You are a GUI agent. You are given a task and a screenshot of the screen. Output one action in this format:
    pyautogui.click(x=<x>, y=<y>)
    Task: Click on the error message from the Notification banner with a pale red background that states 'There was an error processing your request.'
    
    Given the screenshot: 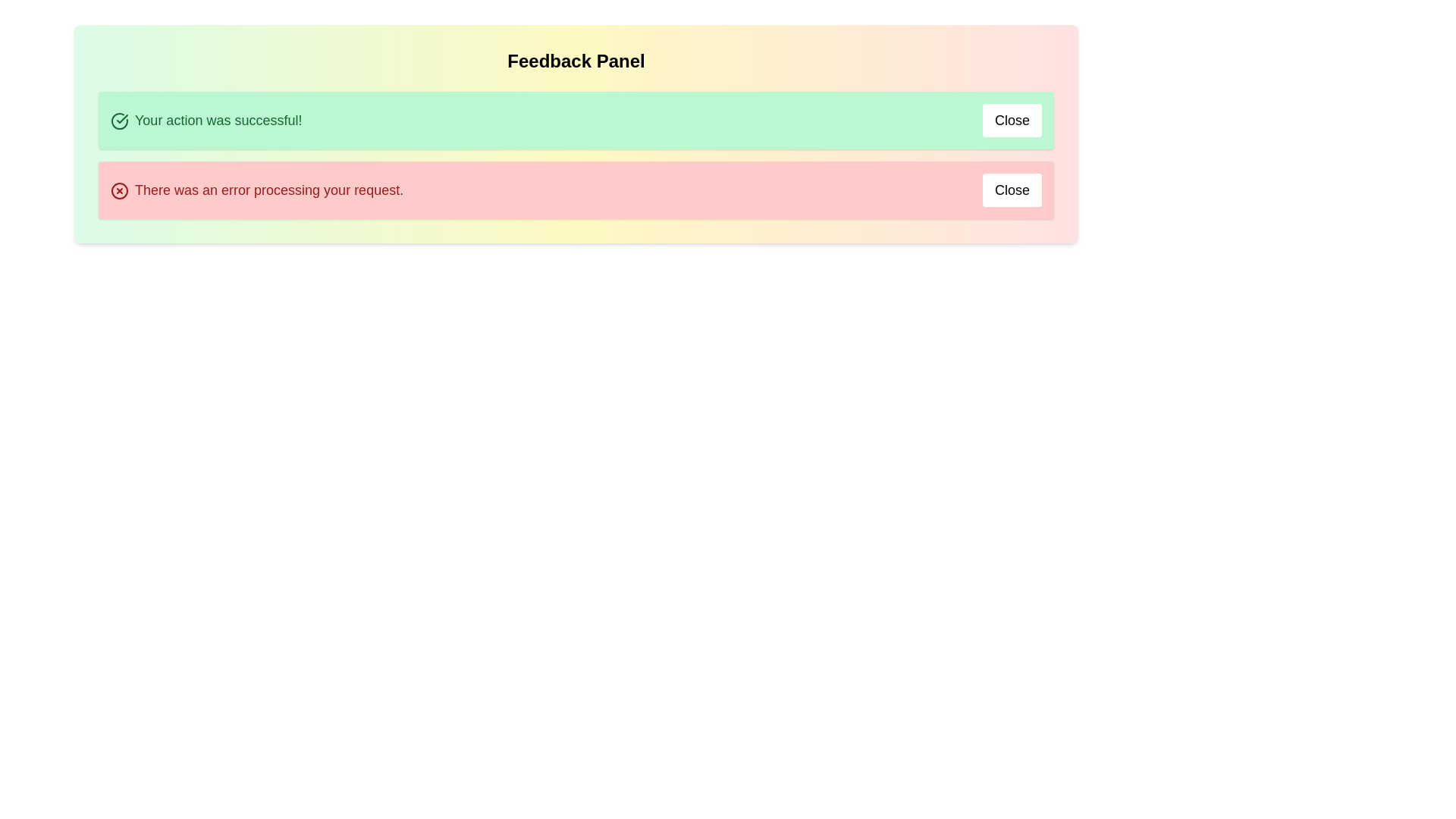 What is the action you would take?
    pyautogui.click(x=575, y=189)
    